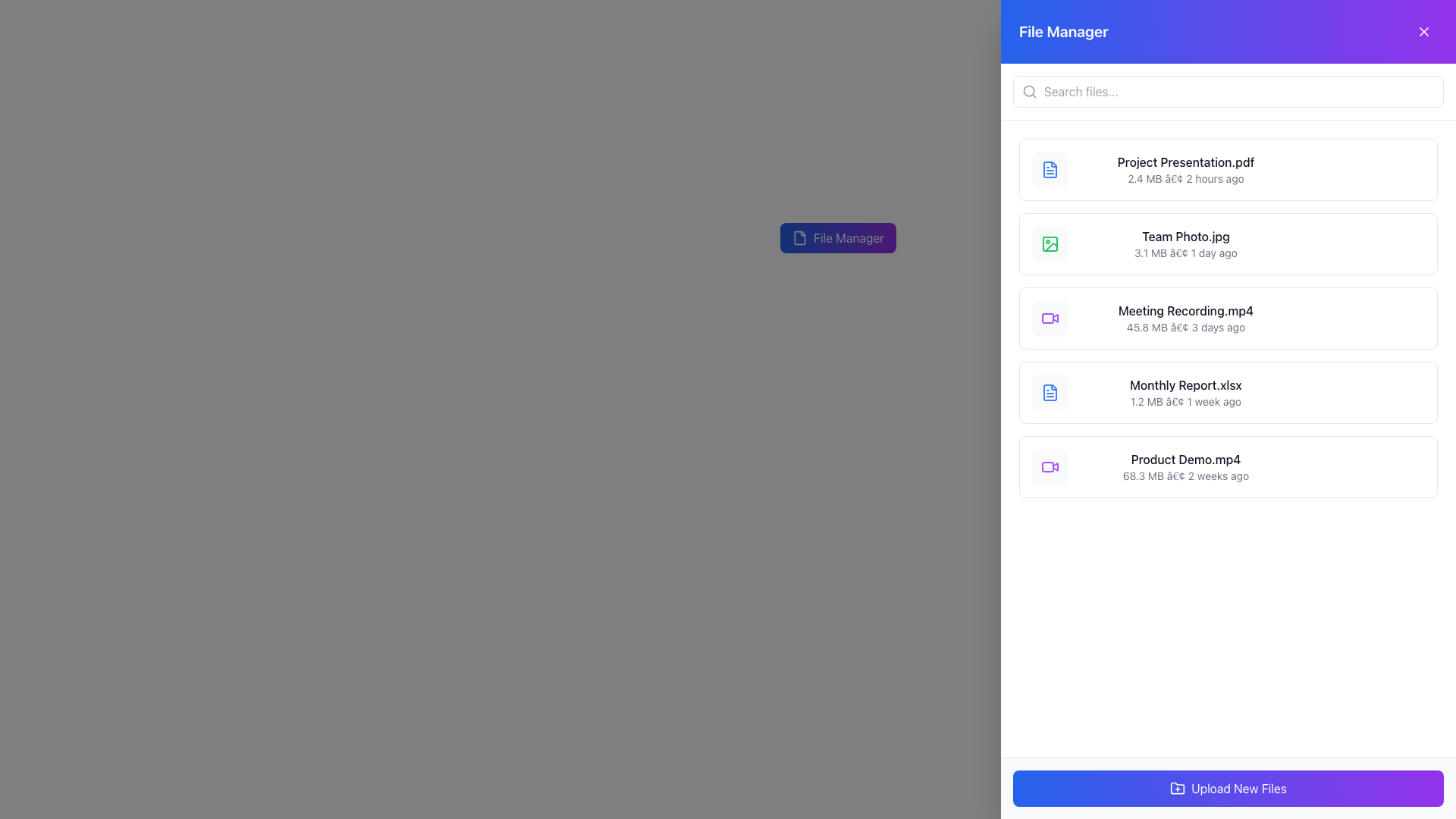 This screenshot has width=1456, height=819. What do you see at coordinates (1348, 391) in the screenshot?
I see `the circular download button with a downward arrow located to the right of 'Monthly Report.xlsx' in the File Manager interface to initiate the download action` at bounding box center [1348, 391].